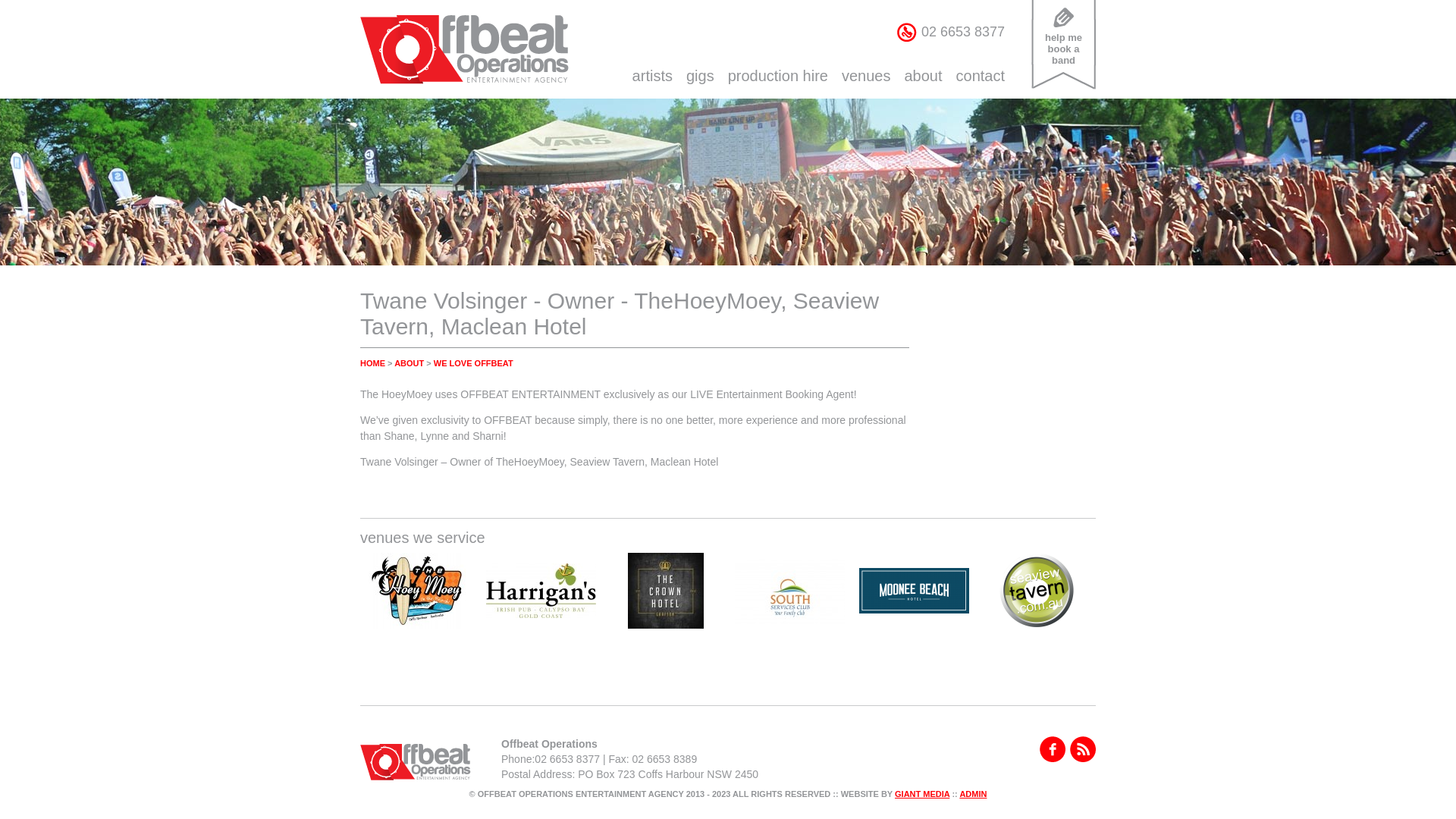  Describe the element at coordinates (922, 76) in the screenshot. I see `'about'` at that location.